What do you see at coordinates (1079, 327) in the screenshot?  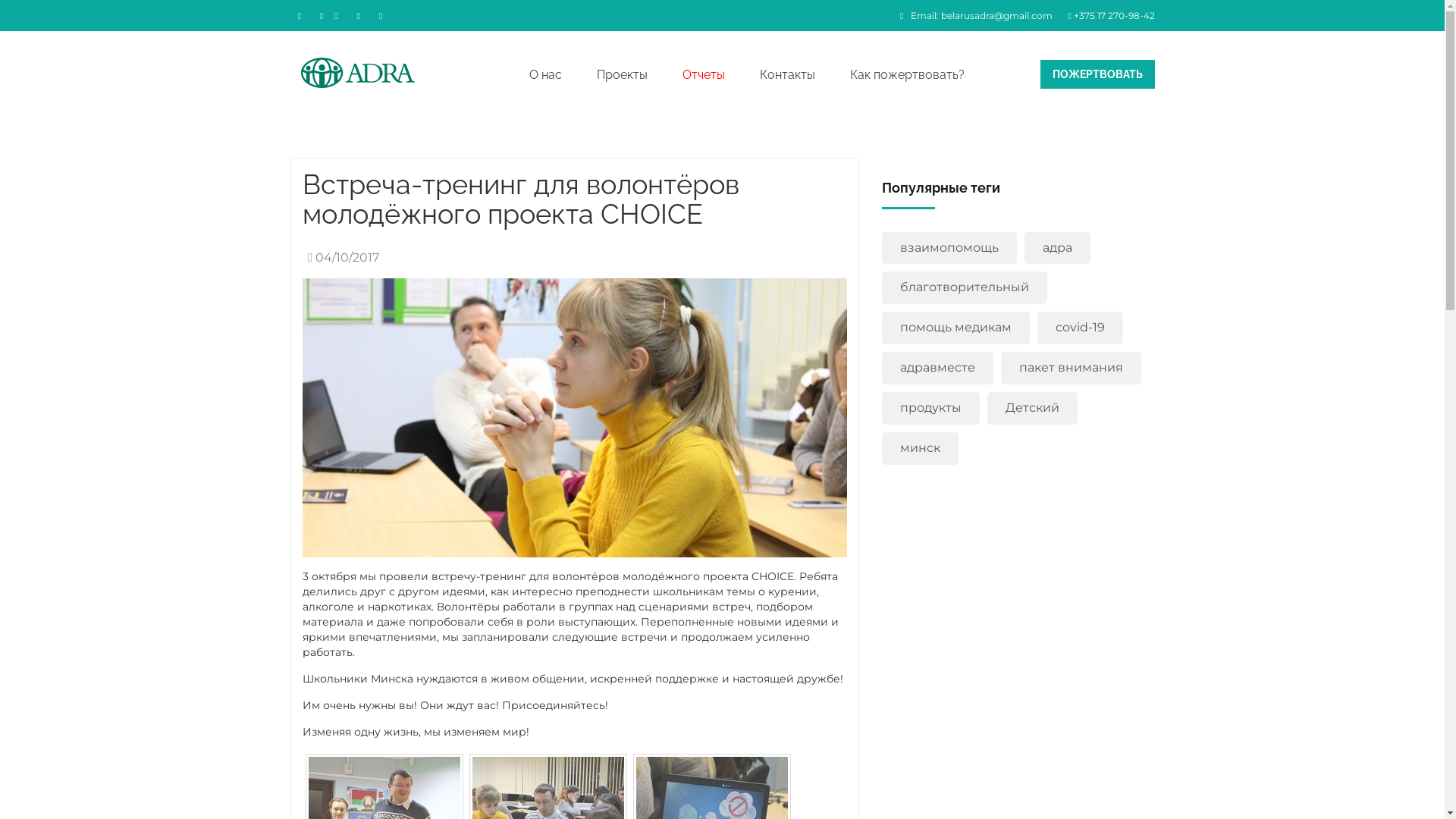 I see `'covid-19'` at bounding box center [1079, 327].